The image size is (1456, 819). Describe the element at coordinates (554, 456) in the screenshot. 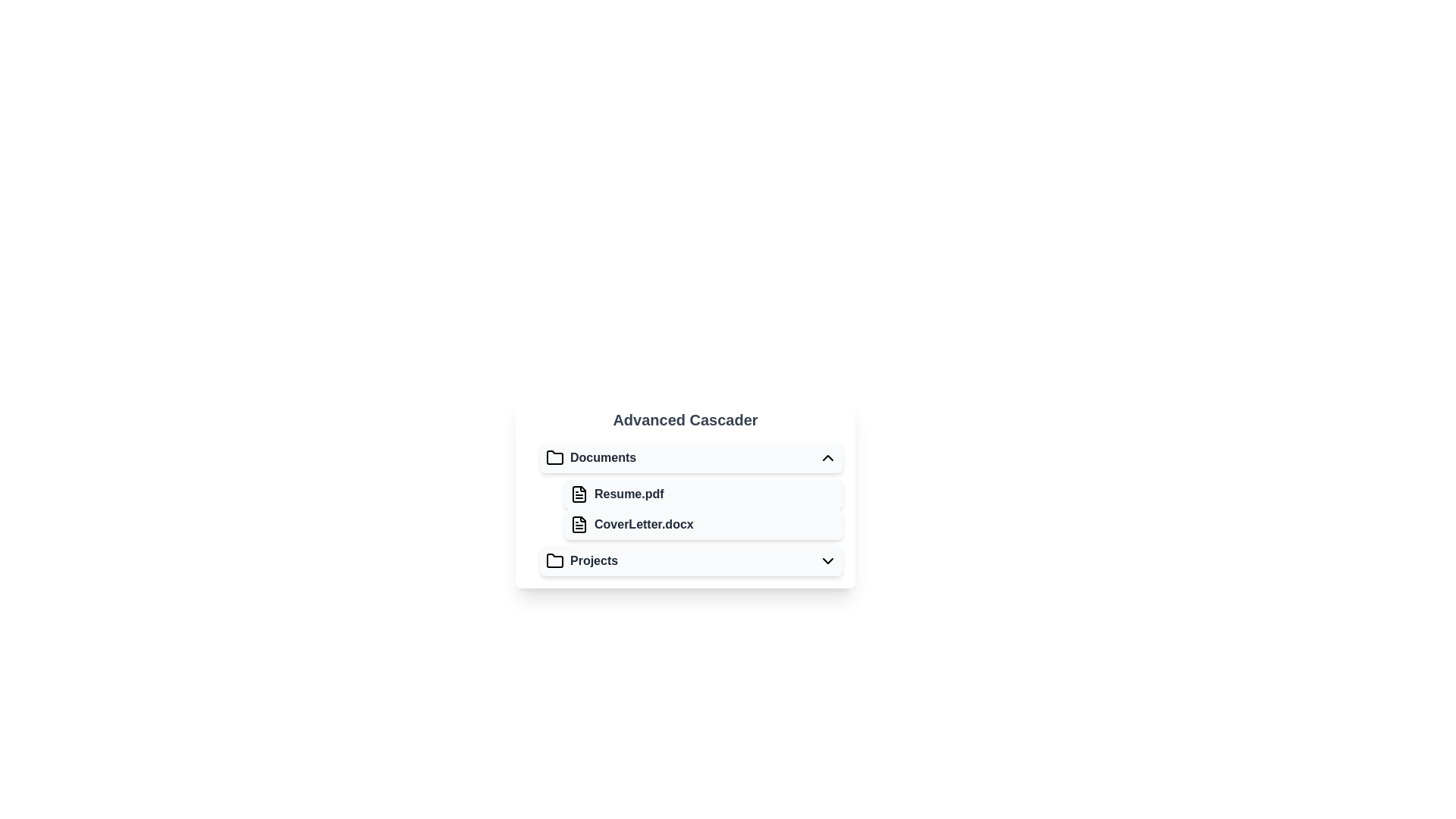

I see `the 'Documents' icon located to the left of the 'Documents' label in the cascading menu, which serves as the visual indicator for the first expandable list item` at that location.